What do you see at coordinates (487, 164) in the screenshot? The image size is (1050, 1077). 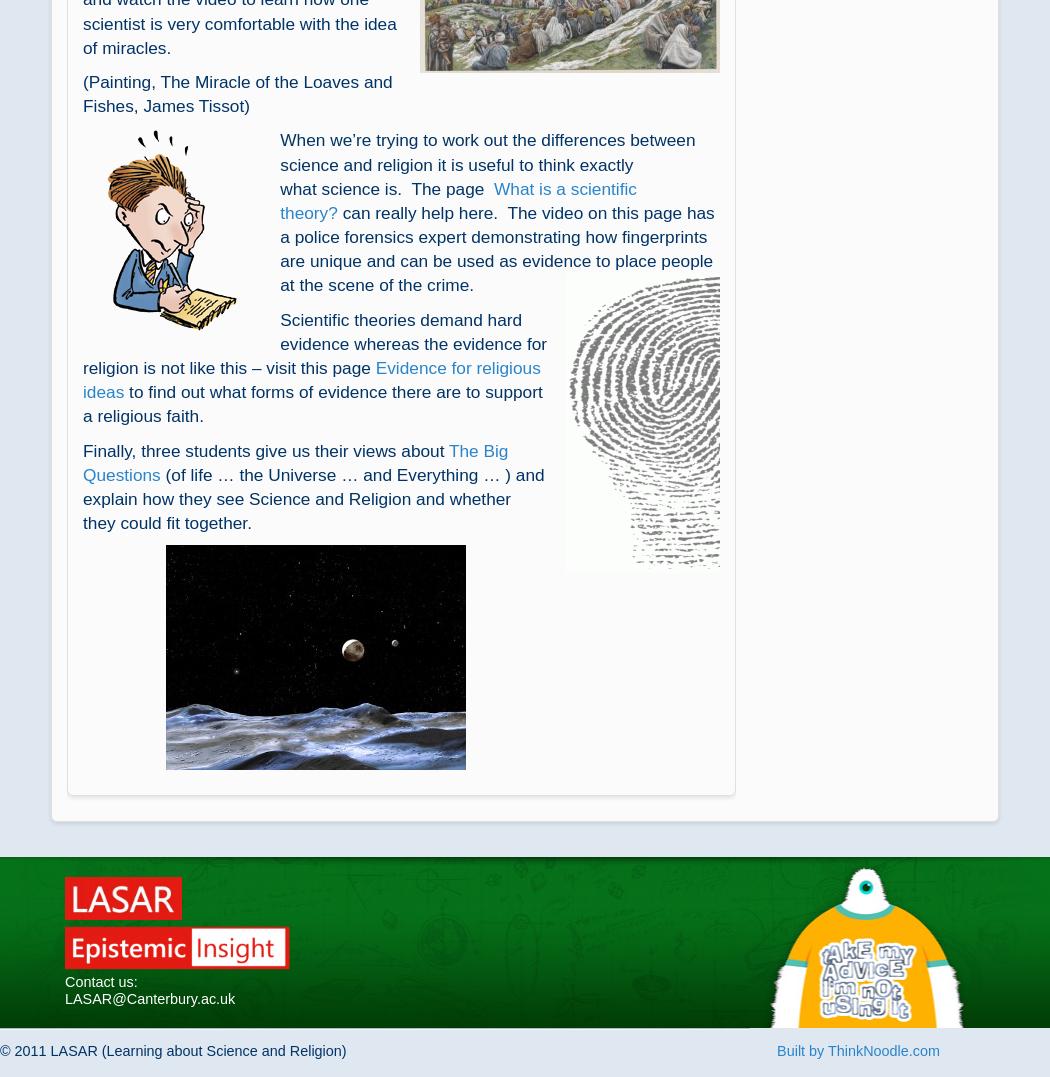 I see `'When we’re trying to work out the differences between science and religion it is useful to think exactly what science is.  The page'` at bounding box center [487, 164].